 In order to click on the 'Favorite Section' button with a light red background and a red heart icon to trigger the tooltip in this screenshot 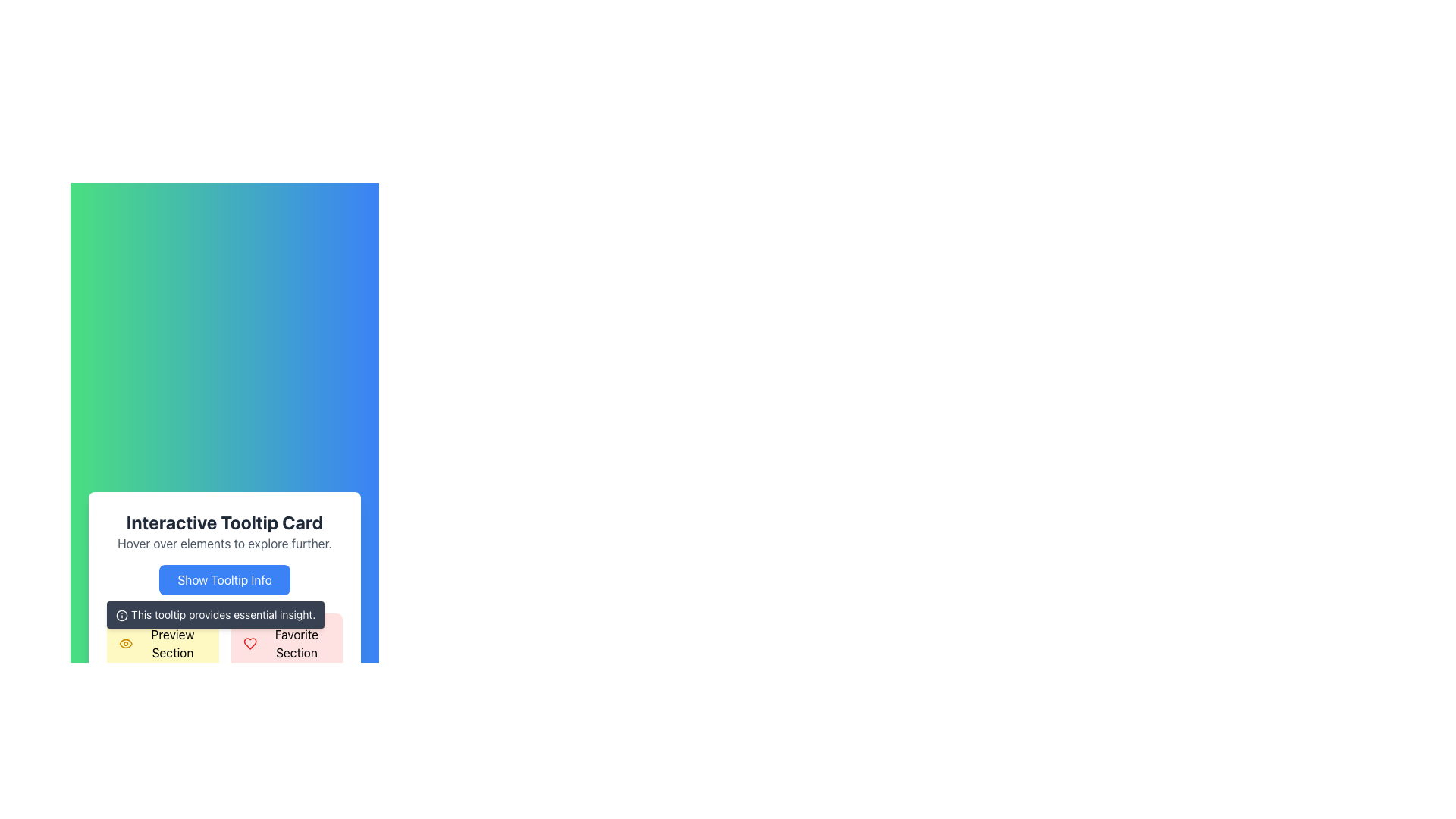, I will do `click(287, 643)`.